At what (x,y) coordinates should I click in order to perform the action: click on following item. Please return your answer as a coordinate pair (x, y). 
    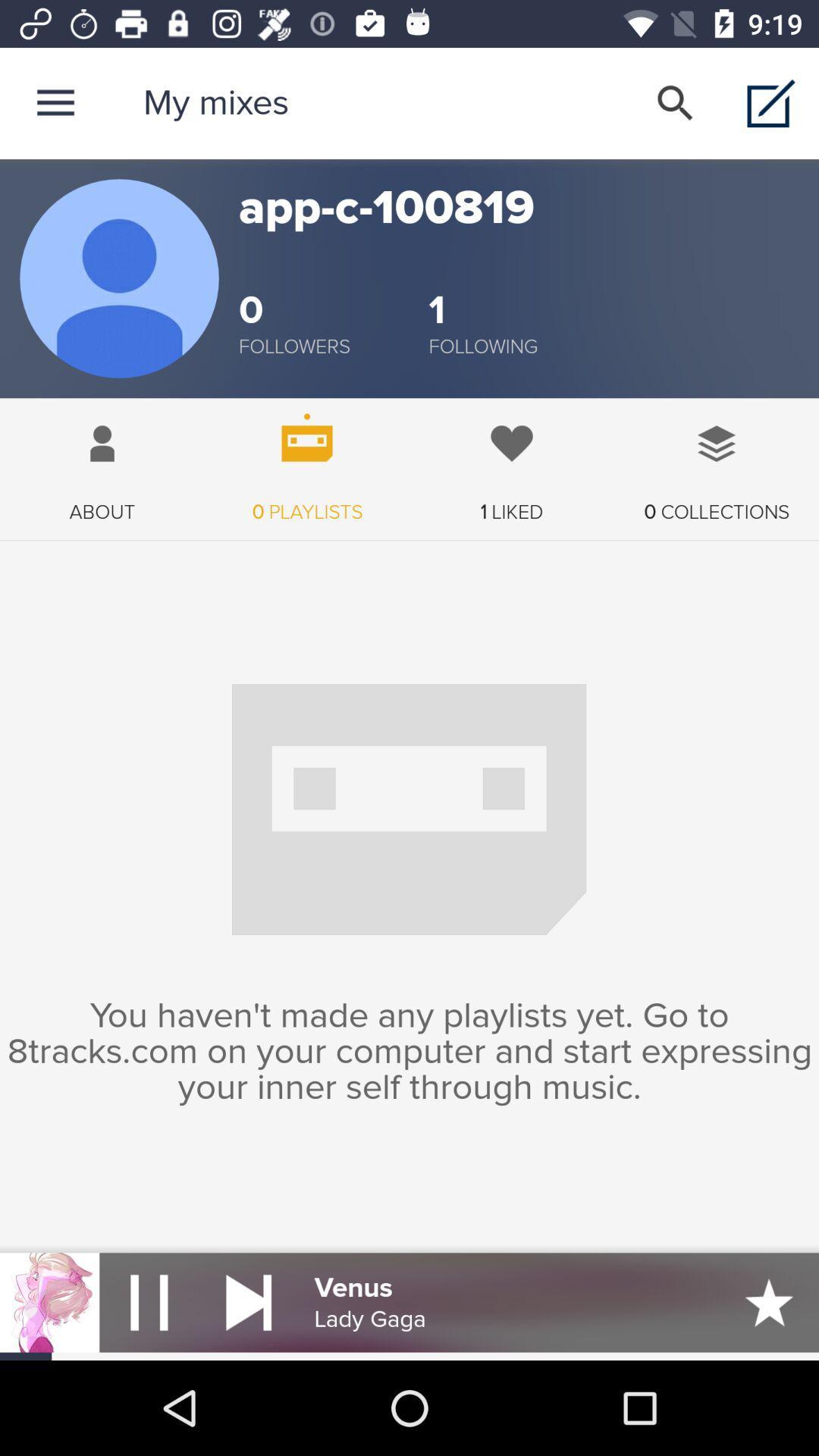
    Looking at the image, I should click on (483, 346).